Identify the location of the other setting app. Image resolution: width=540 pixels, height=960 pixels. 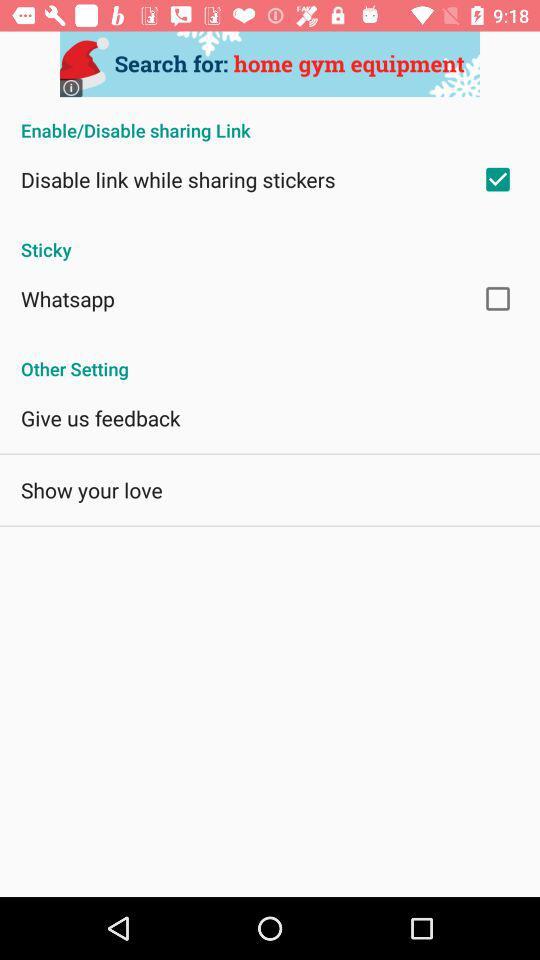
(270, 358).